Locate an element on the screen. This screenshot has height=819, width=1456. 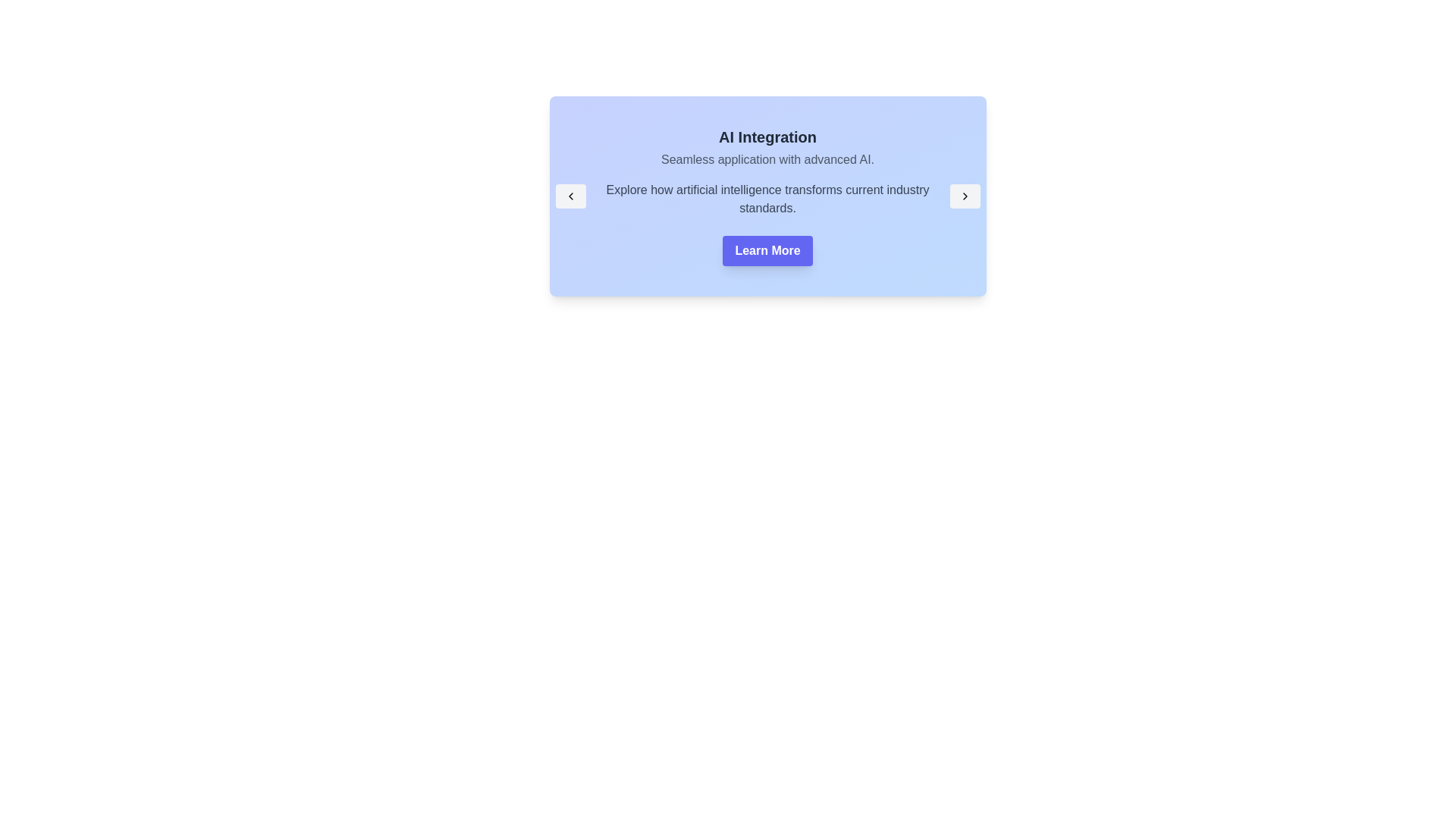
the text label stating 'Seamless application with advanced AI.' which is positioned below the heading 'AI Integration' and above the 'Learn More' button is located at coordinates (767, 160).